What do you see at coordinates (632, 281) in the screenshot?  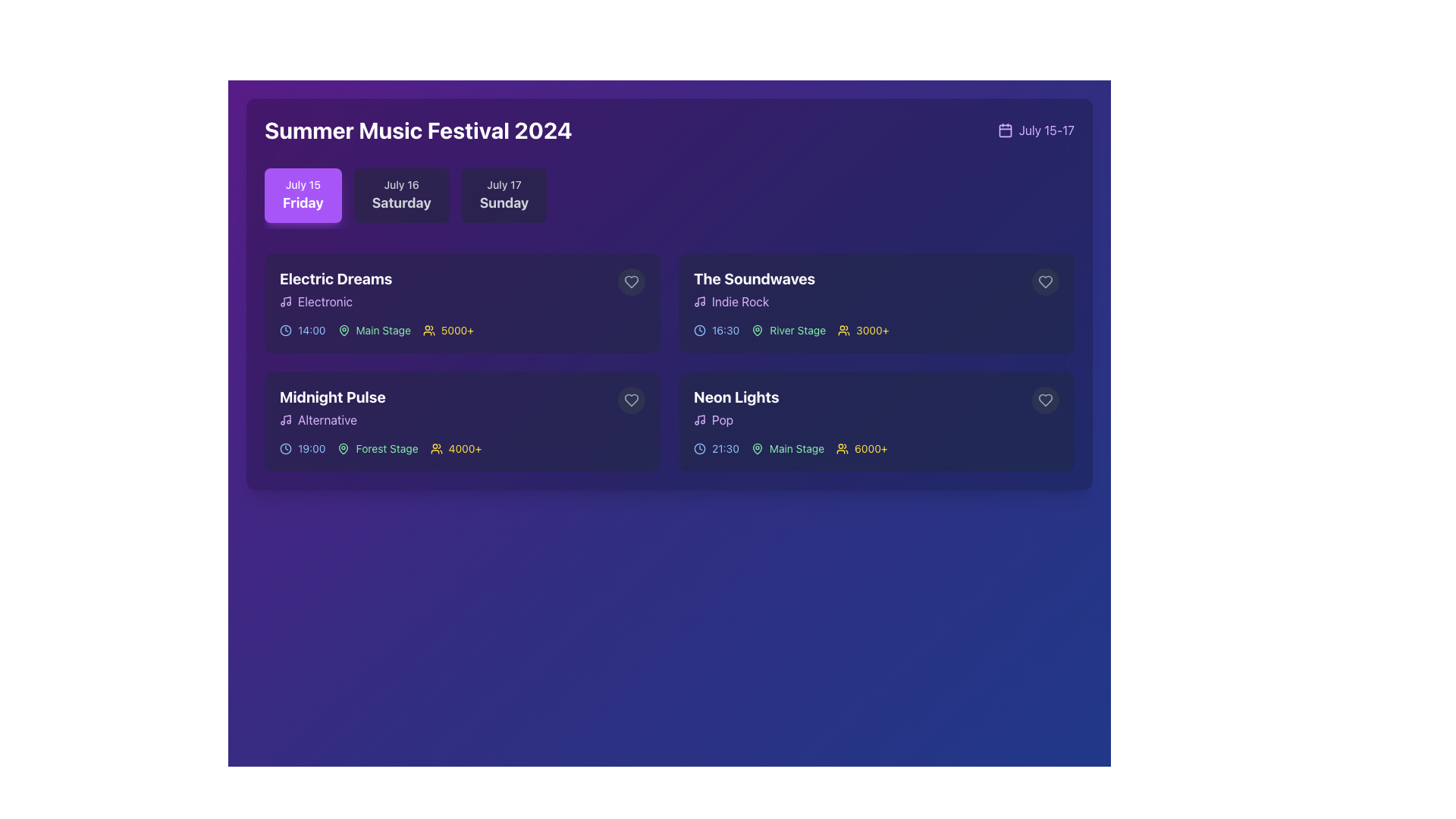 I see `the circular button with a heart-shaped icon at the top-right corner of the 'Electric Dreams' event details box to perform the associated action` at bounding box center [632, 281].